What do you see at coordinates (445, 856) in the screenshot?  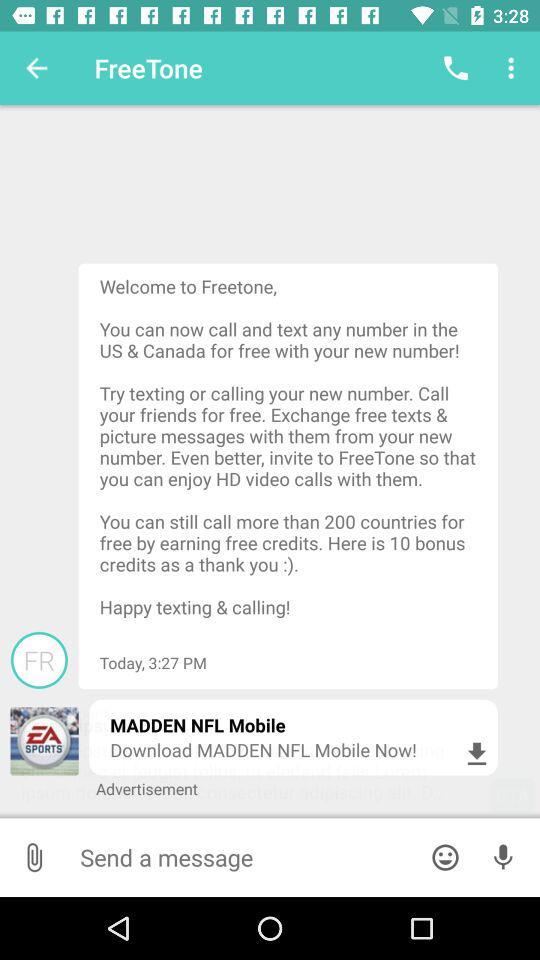 I see `the emoji icon` at bounding box center [445, 856].